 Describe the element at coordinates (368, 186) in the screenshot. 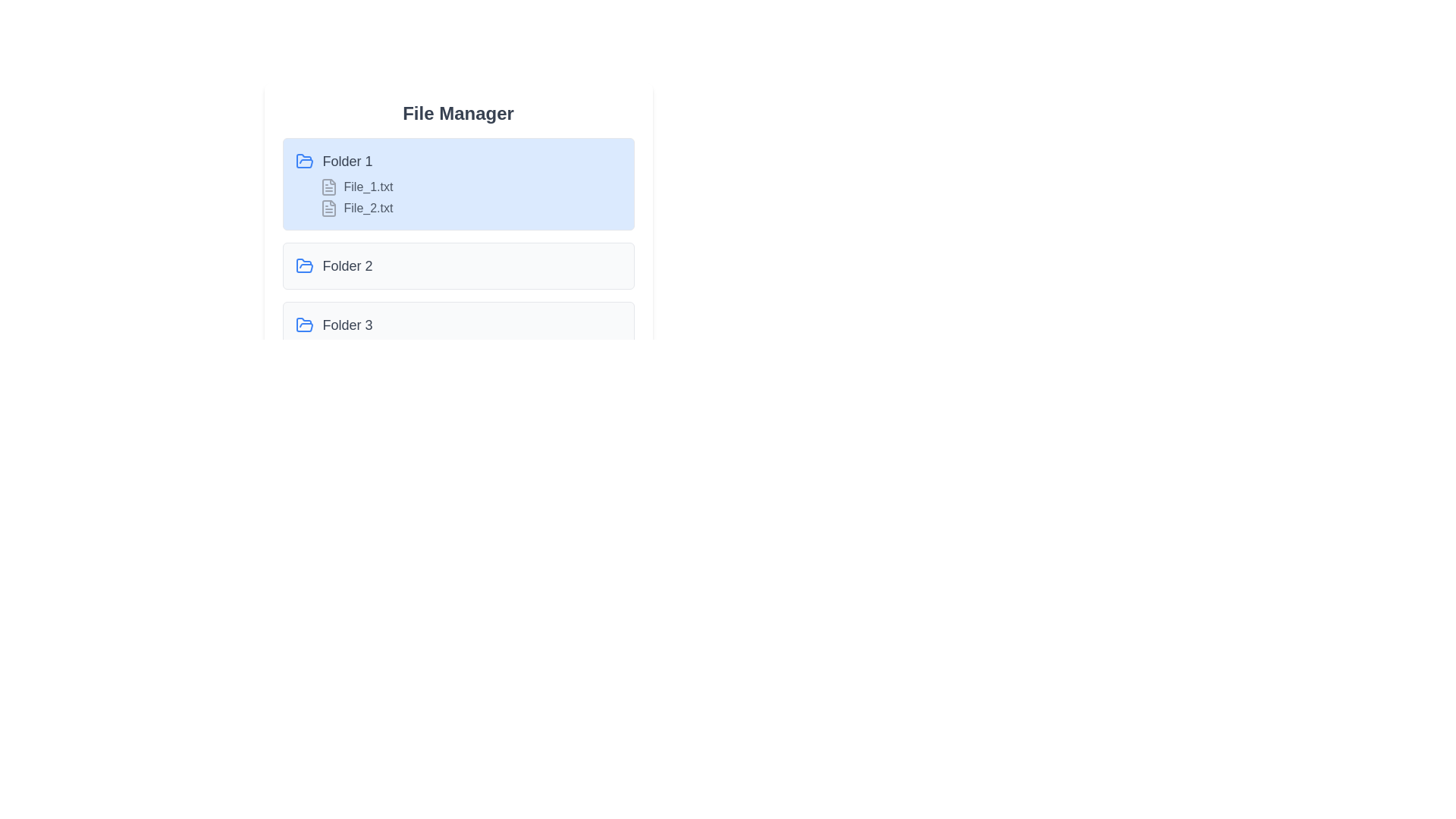

I see `the text label displaying 'File_1.txt'` at that location.